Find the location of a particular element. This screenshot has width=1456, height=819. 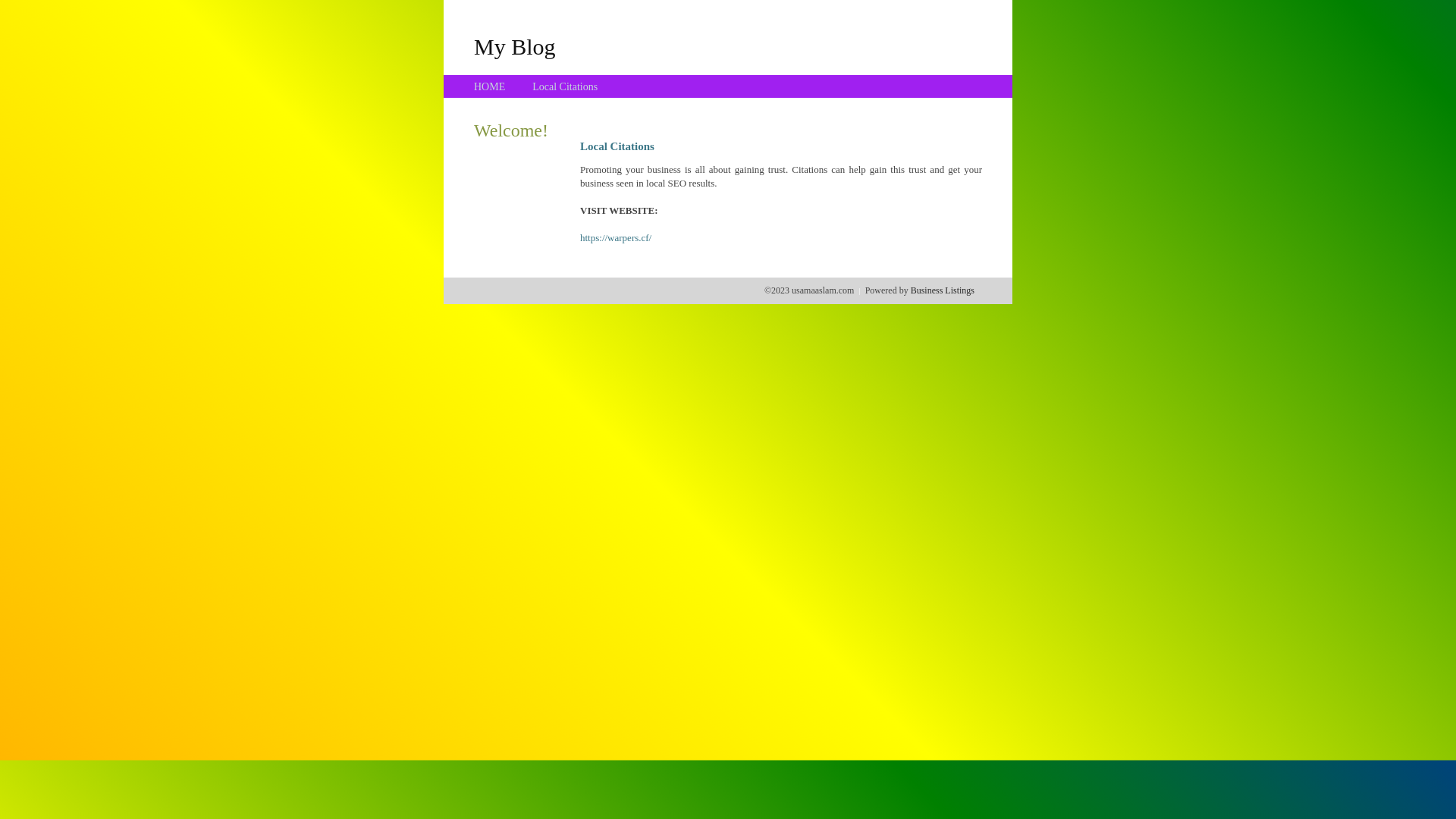

'My Blog' is located at coordinates (514, 45).